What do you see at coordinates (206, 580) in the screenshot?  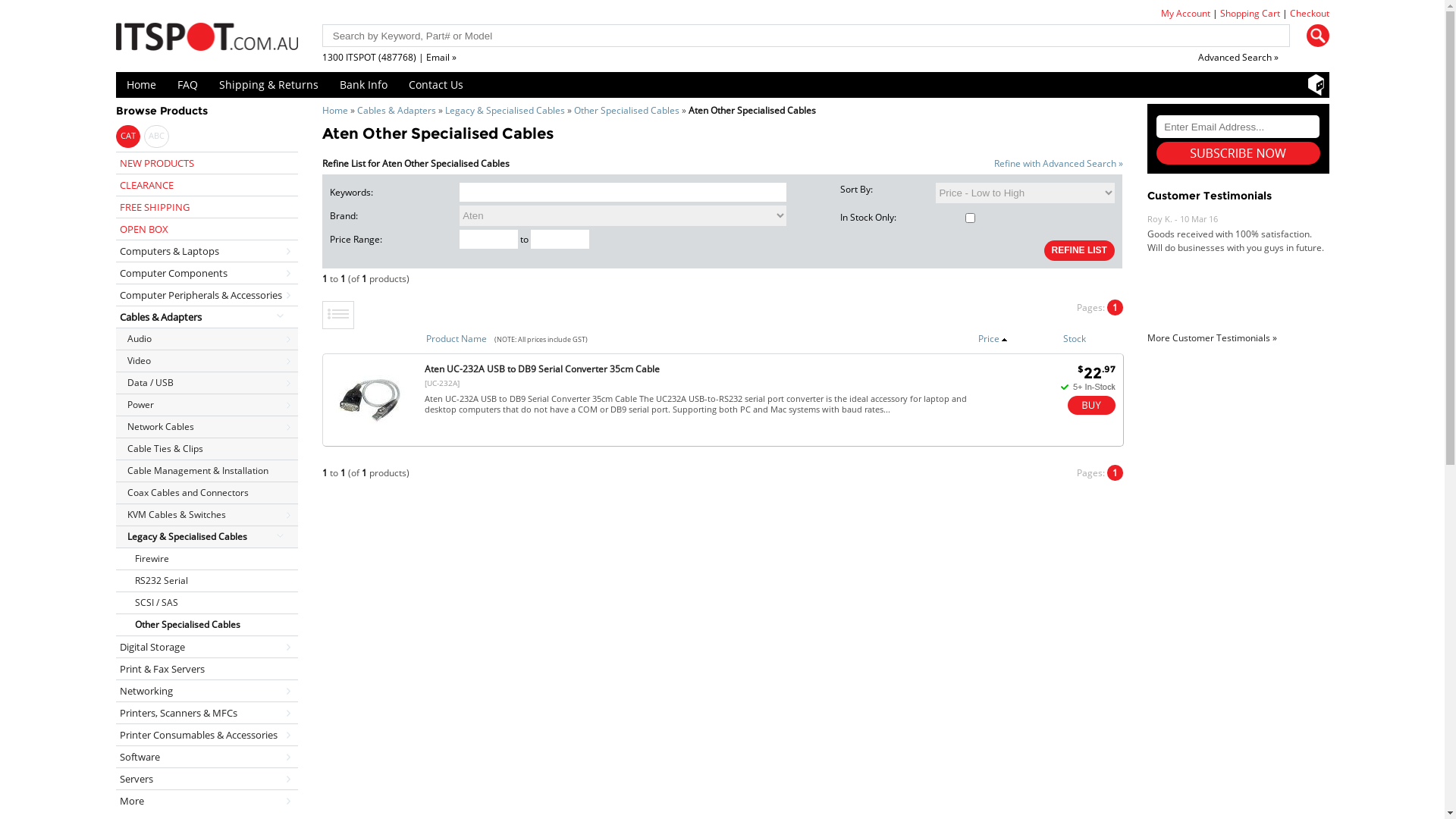 I see `'RS232 Serial'` at bounding box center [206, 580].